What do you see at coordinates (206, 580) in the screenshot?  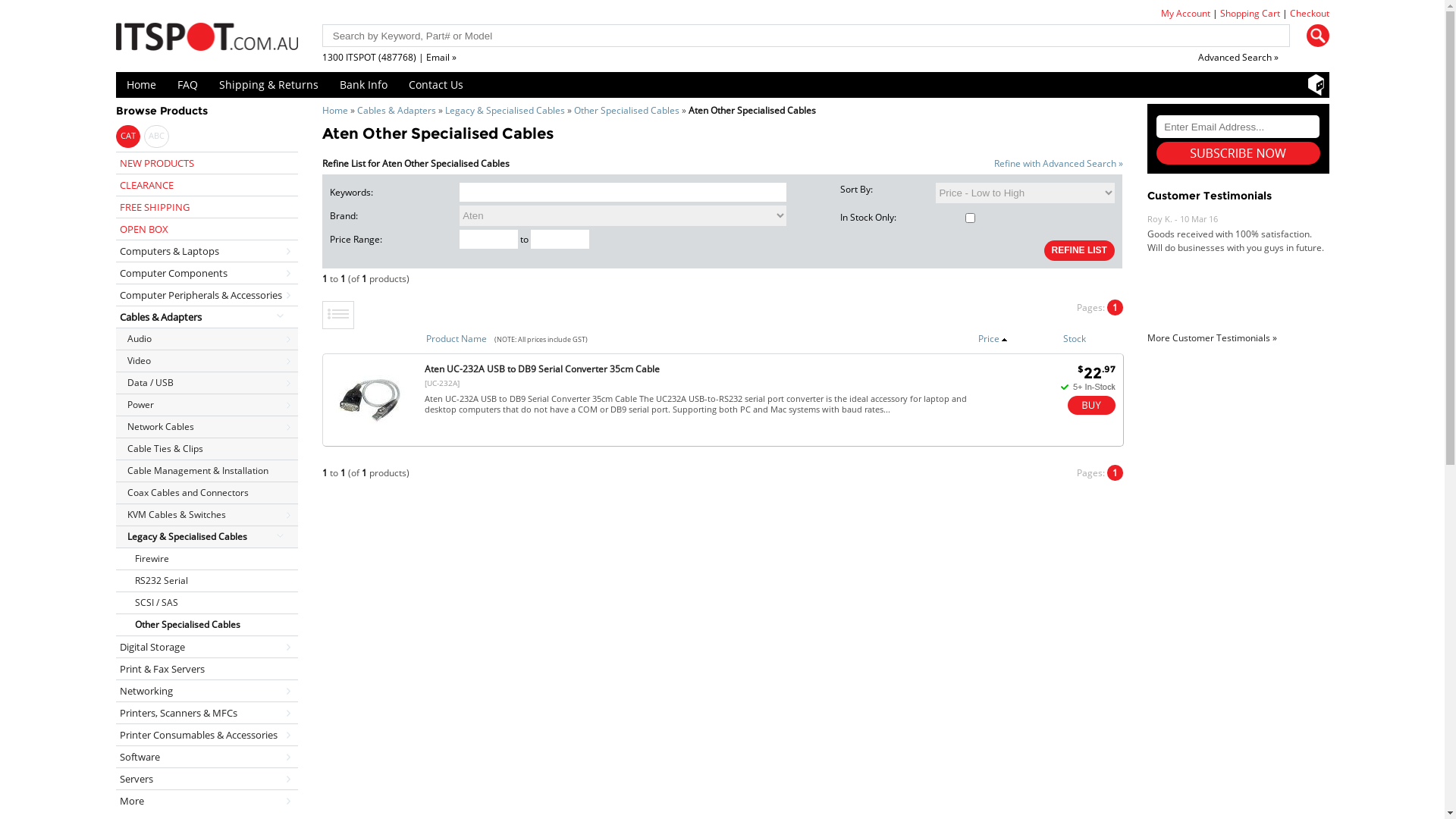 I see `'RS232 Serial'` at bounding box center [206, 580].